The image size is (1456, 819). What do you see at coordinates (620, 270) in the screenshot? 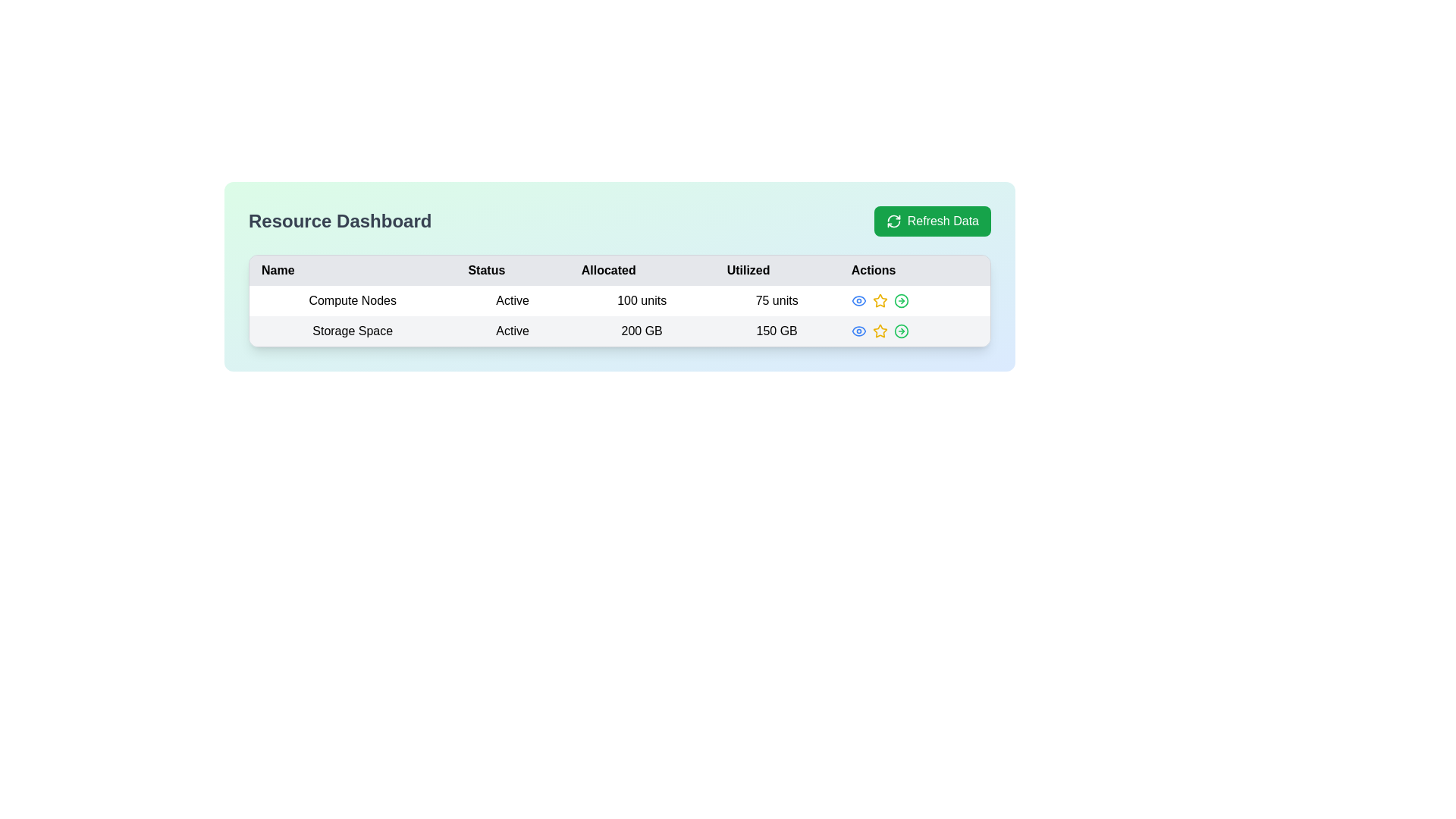
I see `the table header row which contains the labels 'Name', 'Status', 'Allocated', 'Utilized', and 'Actions' located below the 'Resource Dashboard'` at bounding box center [620, 270].